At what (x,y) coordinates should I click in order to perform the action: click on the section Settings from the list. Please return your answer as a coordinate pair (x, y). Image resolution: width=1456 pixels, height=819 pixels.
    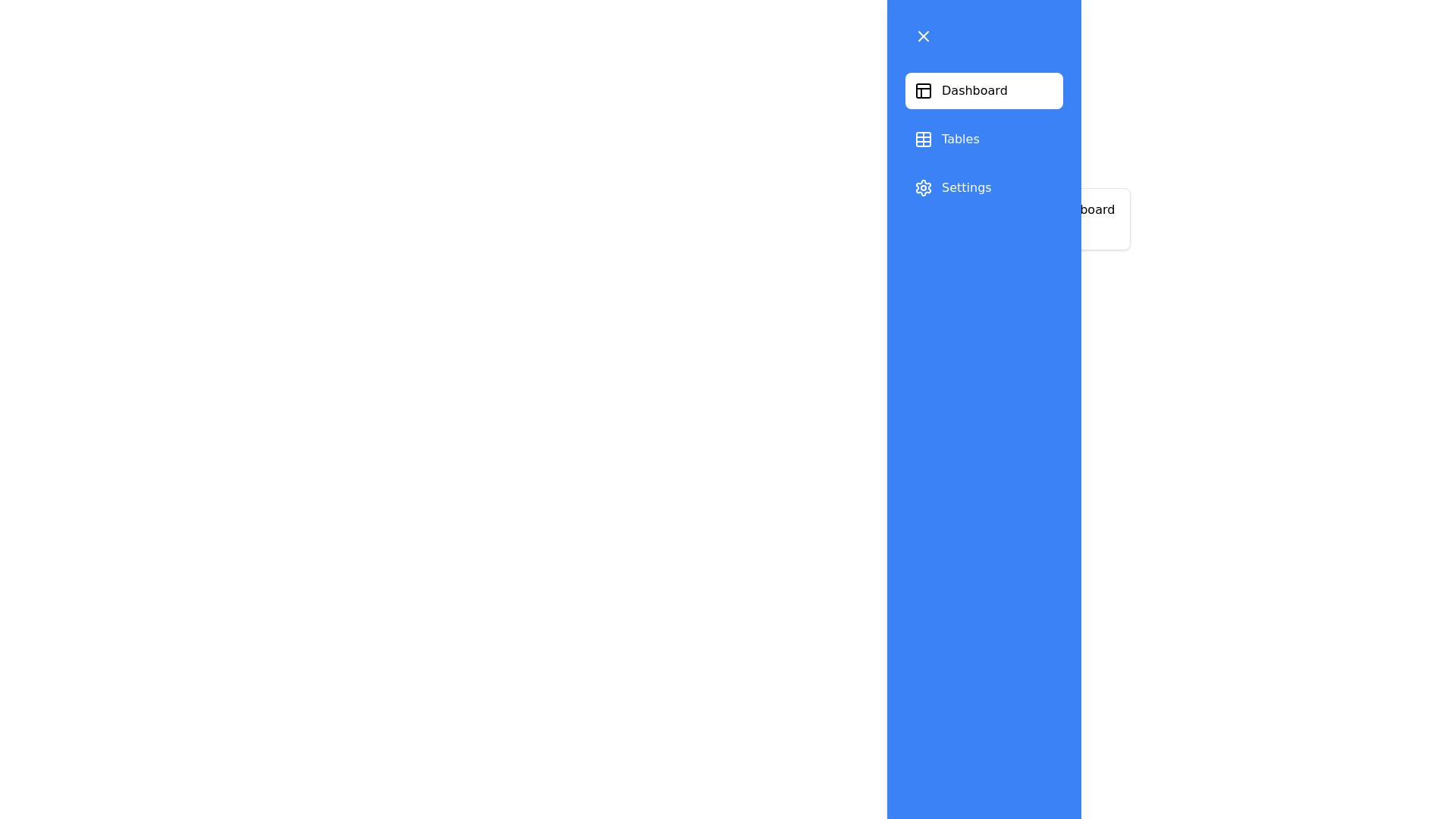
    Looking at the image, I should click on (984, 187).